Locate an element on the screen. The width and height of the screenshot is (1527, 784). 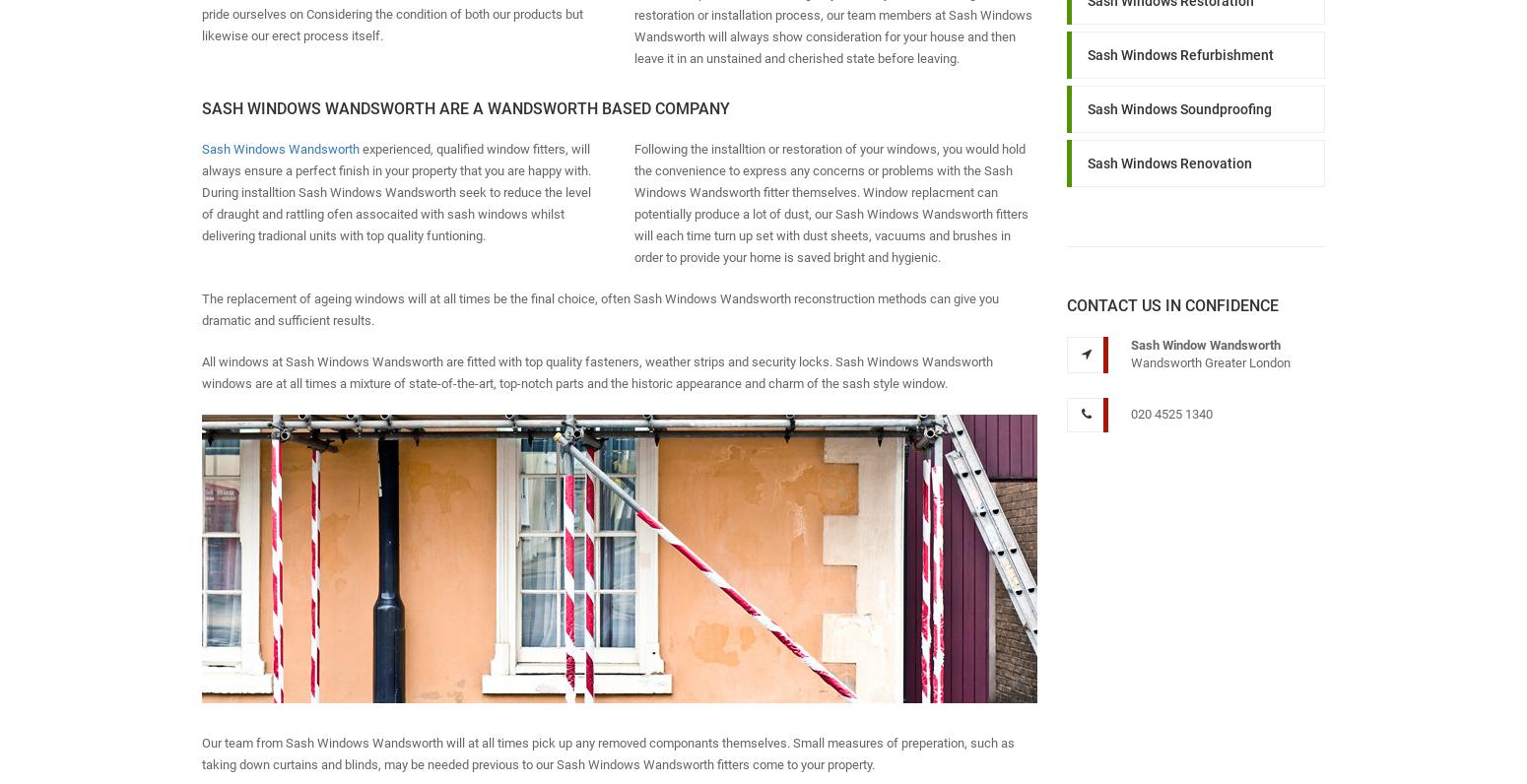
'Contact us in Confidence' is located at coordinates (1171, 304).